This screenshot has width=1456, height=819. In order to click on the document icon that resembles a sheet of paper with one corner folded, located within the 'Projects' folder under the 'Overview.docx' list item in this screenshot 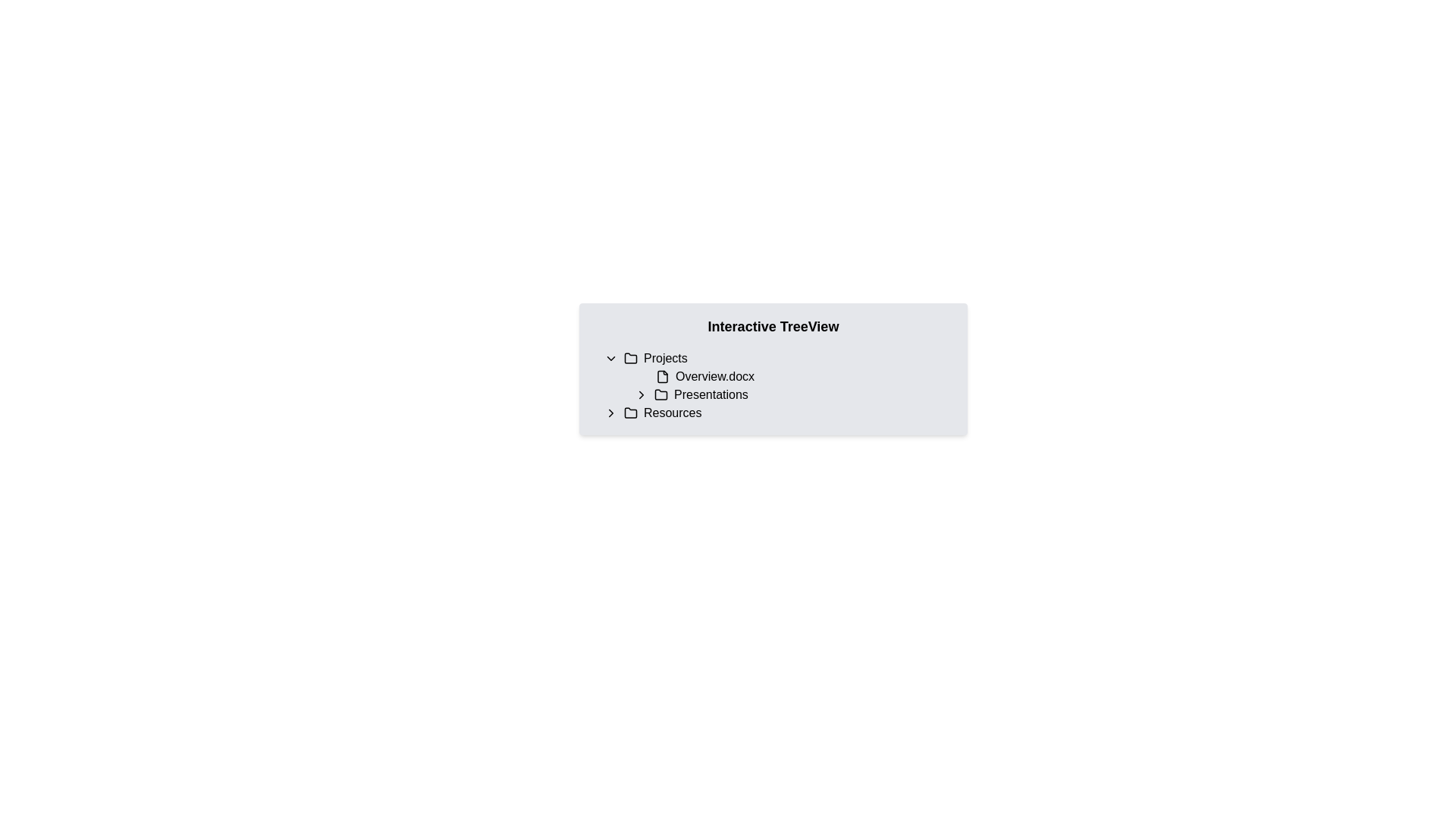, I will do `click(662, 376)`.